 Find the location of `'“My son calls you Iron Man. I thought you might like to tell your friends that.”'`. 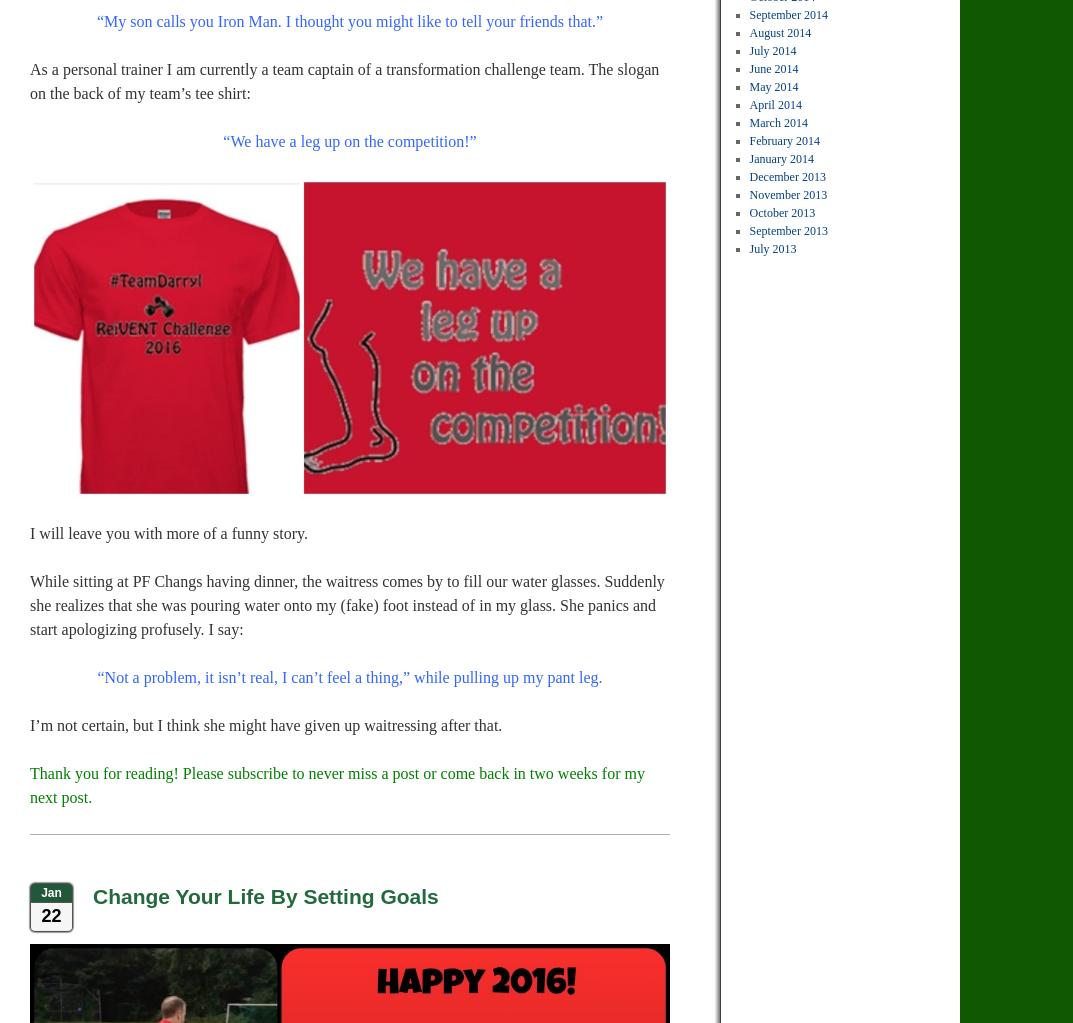

'“My son calls you Iron Man. I thought you might like to tell your friends that.”' is located at coordinates (349, 21).